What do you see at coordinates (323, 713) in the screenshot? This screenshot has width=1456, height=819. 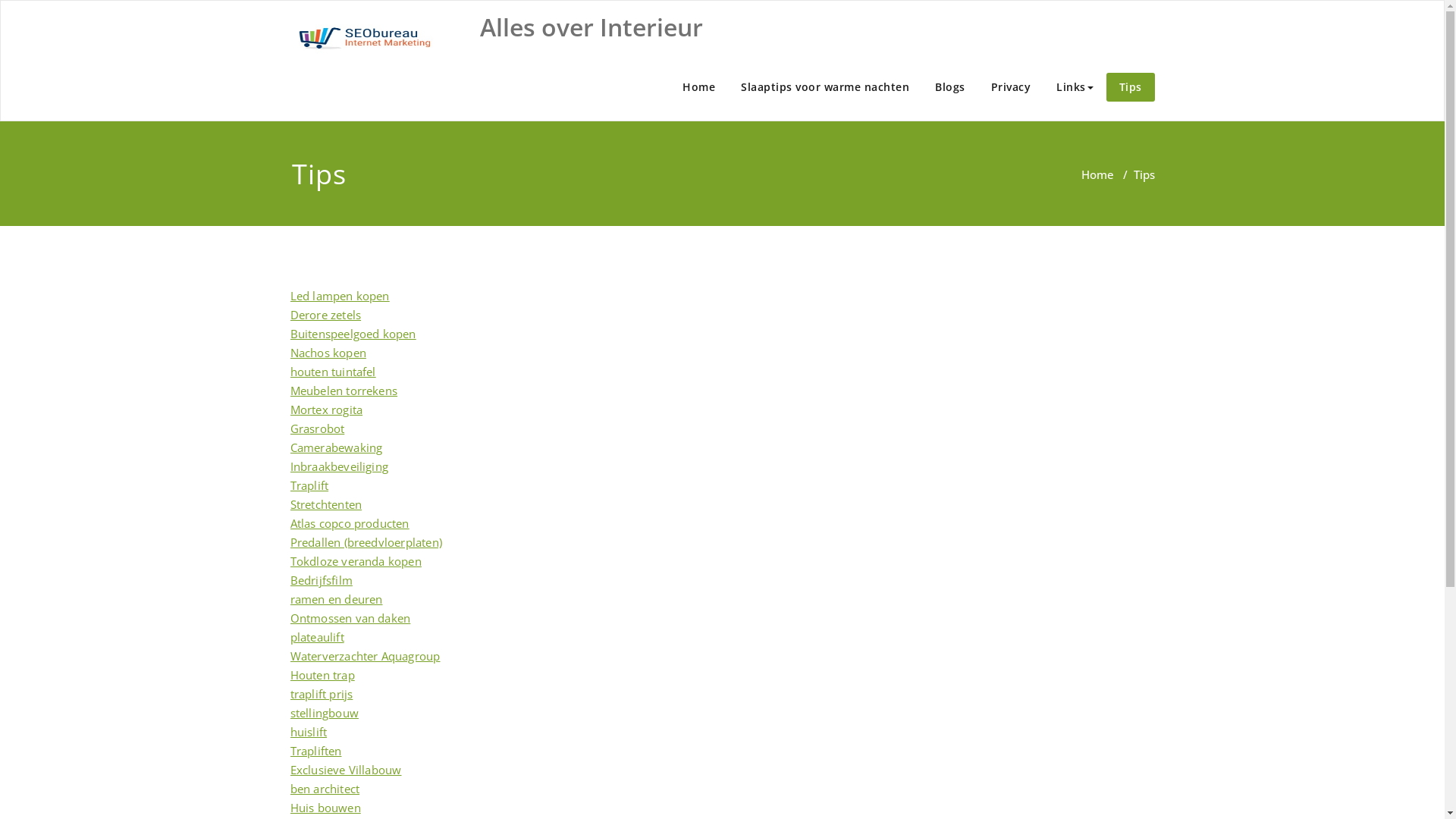 I see `'stellingbouw'` at bounding box center [323, 713].